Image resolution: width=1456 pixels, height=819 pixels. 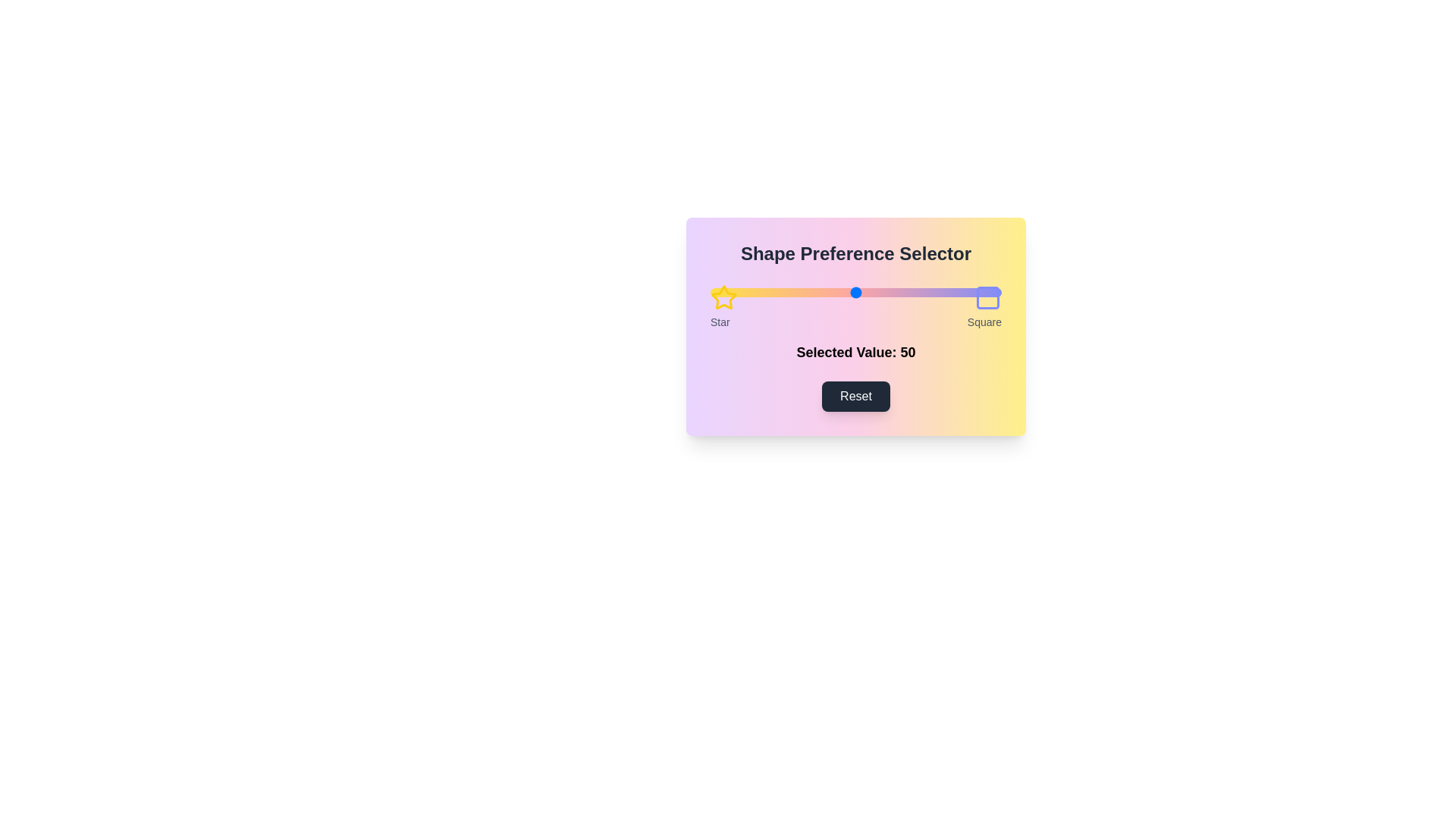 What do you see at coordinates (858, 292) in the screenshot?
I see `the slider to set the preference value to 51` at bounding box center [858, 292].